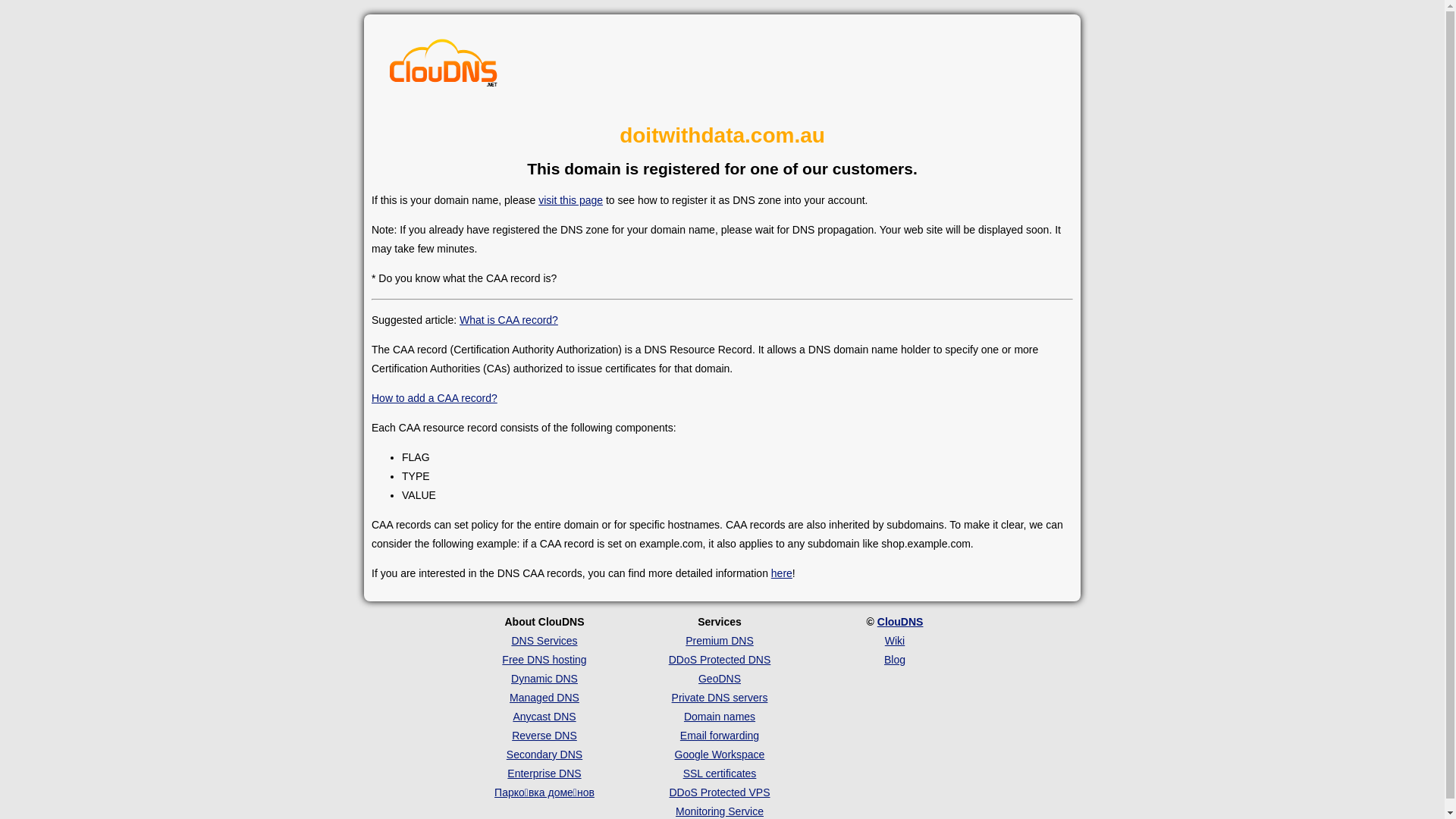  What do you see at coordinates (544, 773) in the screenshot?
I see `'Enterprise DNS'` at bounding box center [544, 773].